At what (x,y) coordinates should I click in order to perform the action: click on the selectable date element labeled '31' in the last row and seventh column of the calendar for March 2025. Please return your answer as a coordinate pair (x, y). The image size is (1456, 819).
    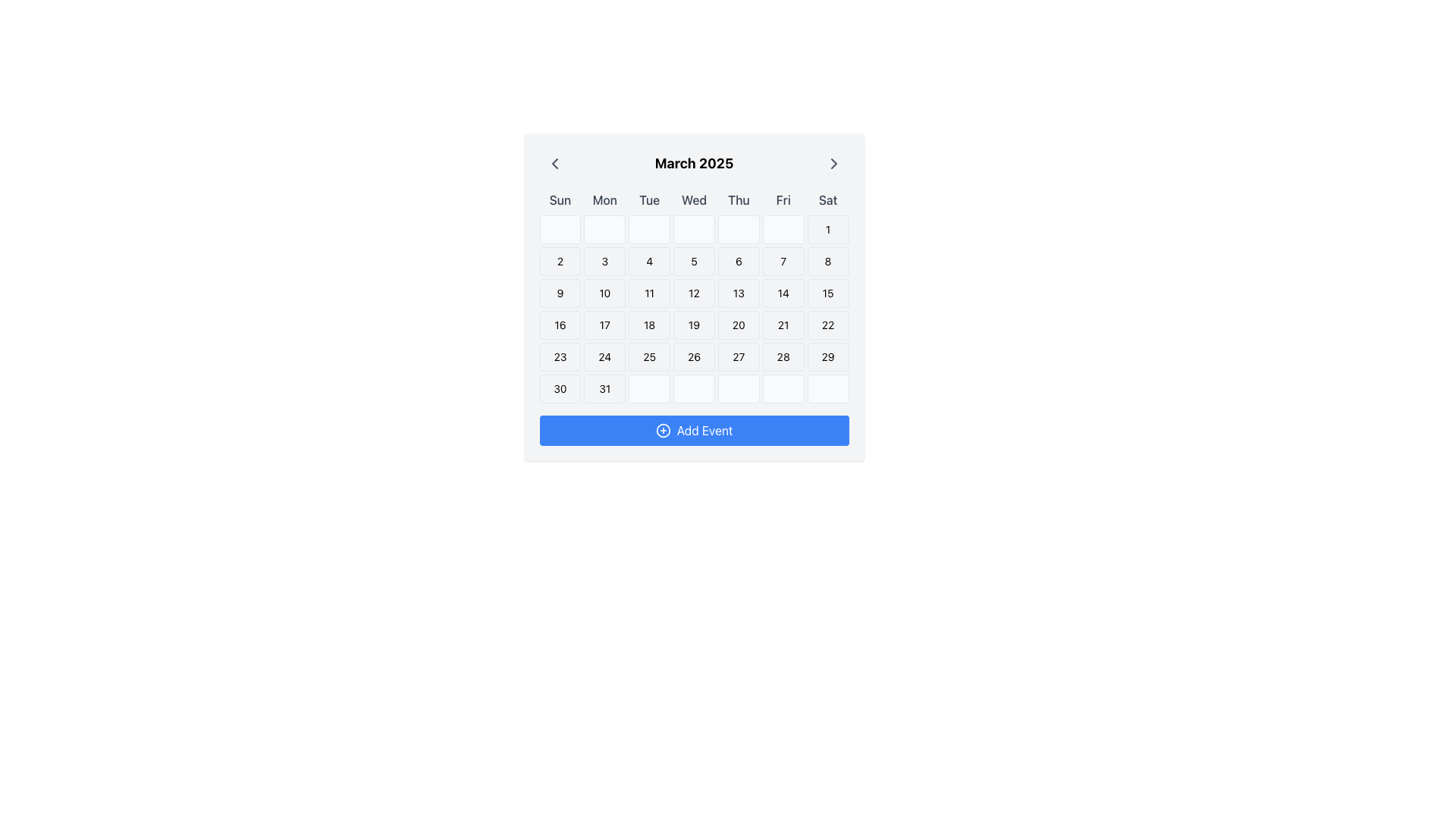
    Looking at the image, I should click on (604, 388).